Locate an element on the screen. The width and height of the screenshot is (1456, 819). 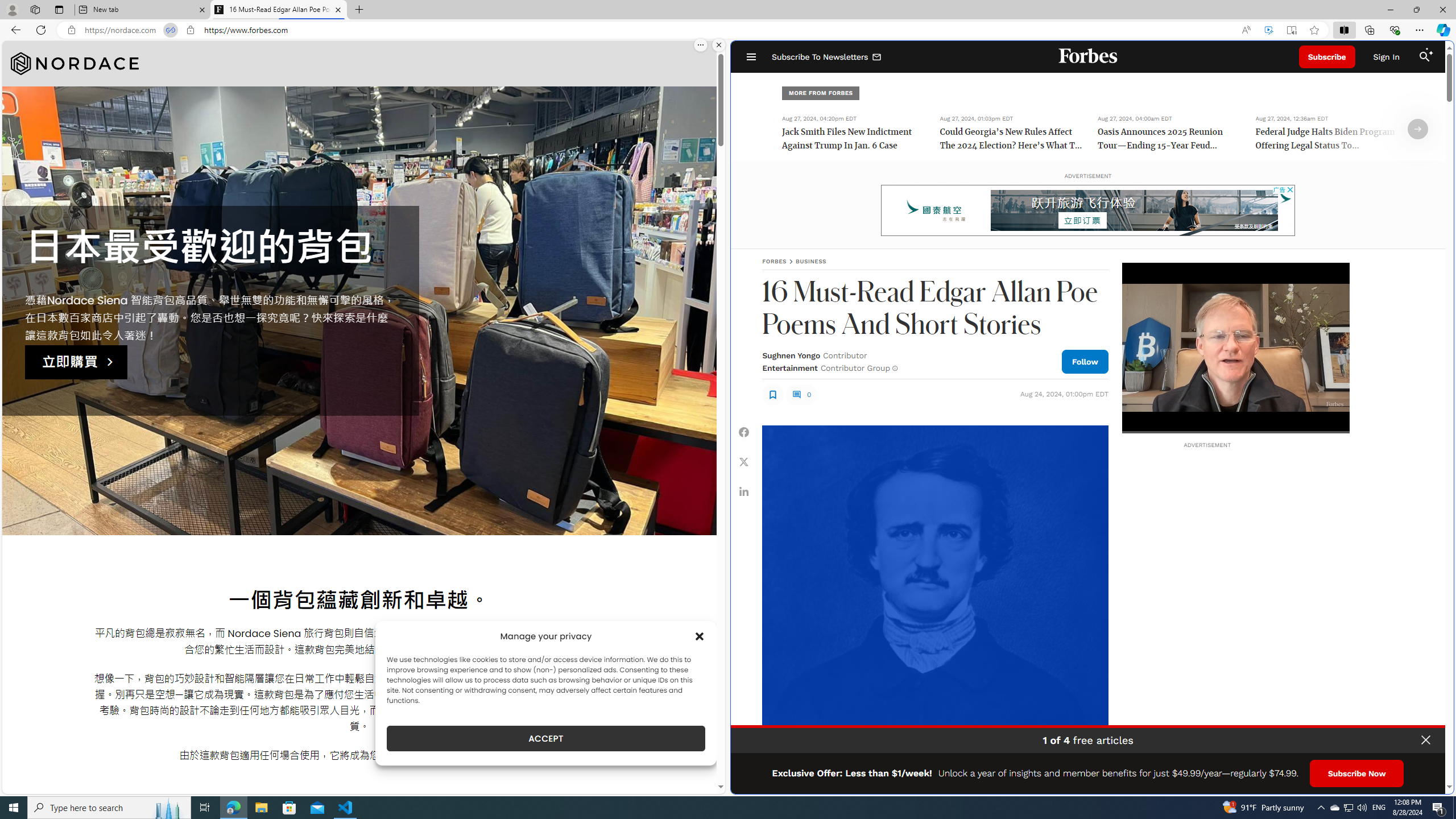
'Class: sparkles_svg__fs-icon sparkles_svg__fs-icon--sparkles' is located at coordinates (1430, 51).